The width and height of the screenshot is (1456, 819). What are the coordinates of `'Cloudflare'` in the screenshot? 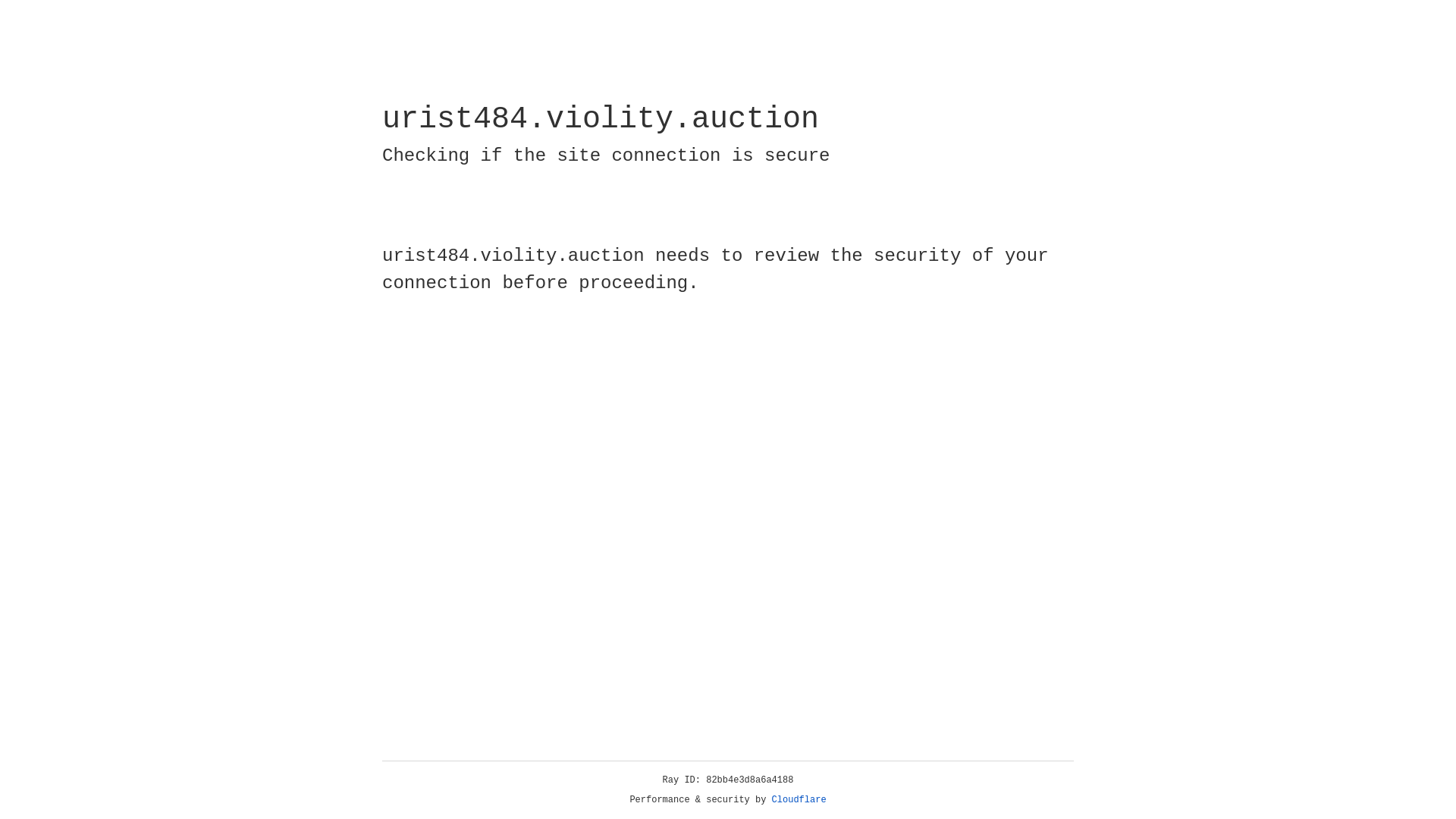 It's located at (799, 799).